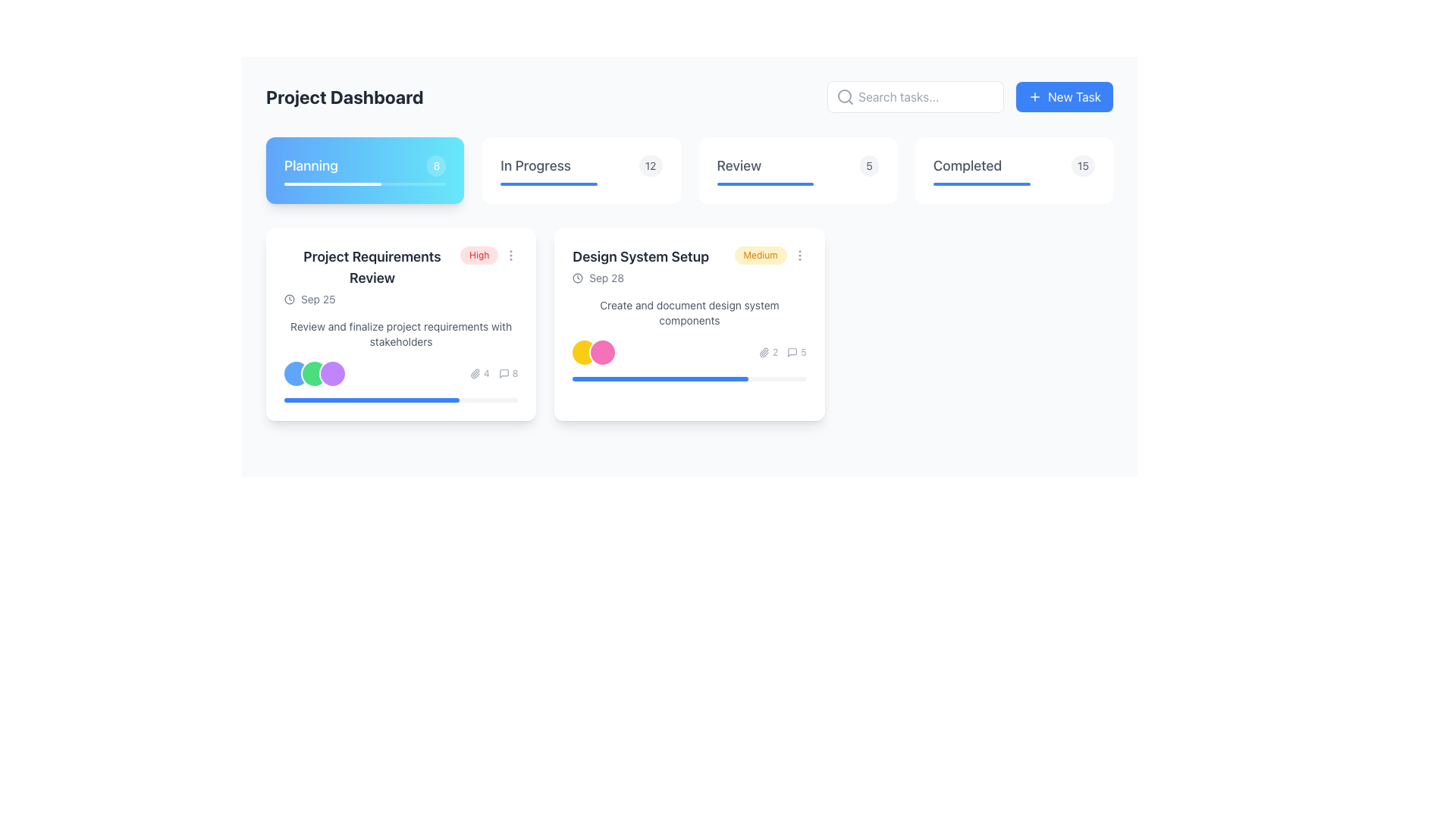 The height and width of the screenshot is (819, 1456). What do you see at coordinates (577, 278) in the screenshot?
I see `the date/time icon located immediately to the left of the text 'Sep 28' in the 'Design System Setup' card on the right side of the two-card layout under the 'Planning' tab` at bounding box center [577, 278].